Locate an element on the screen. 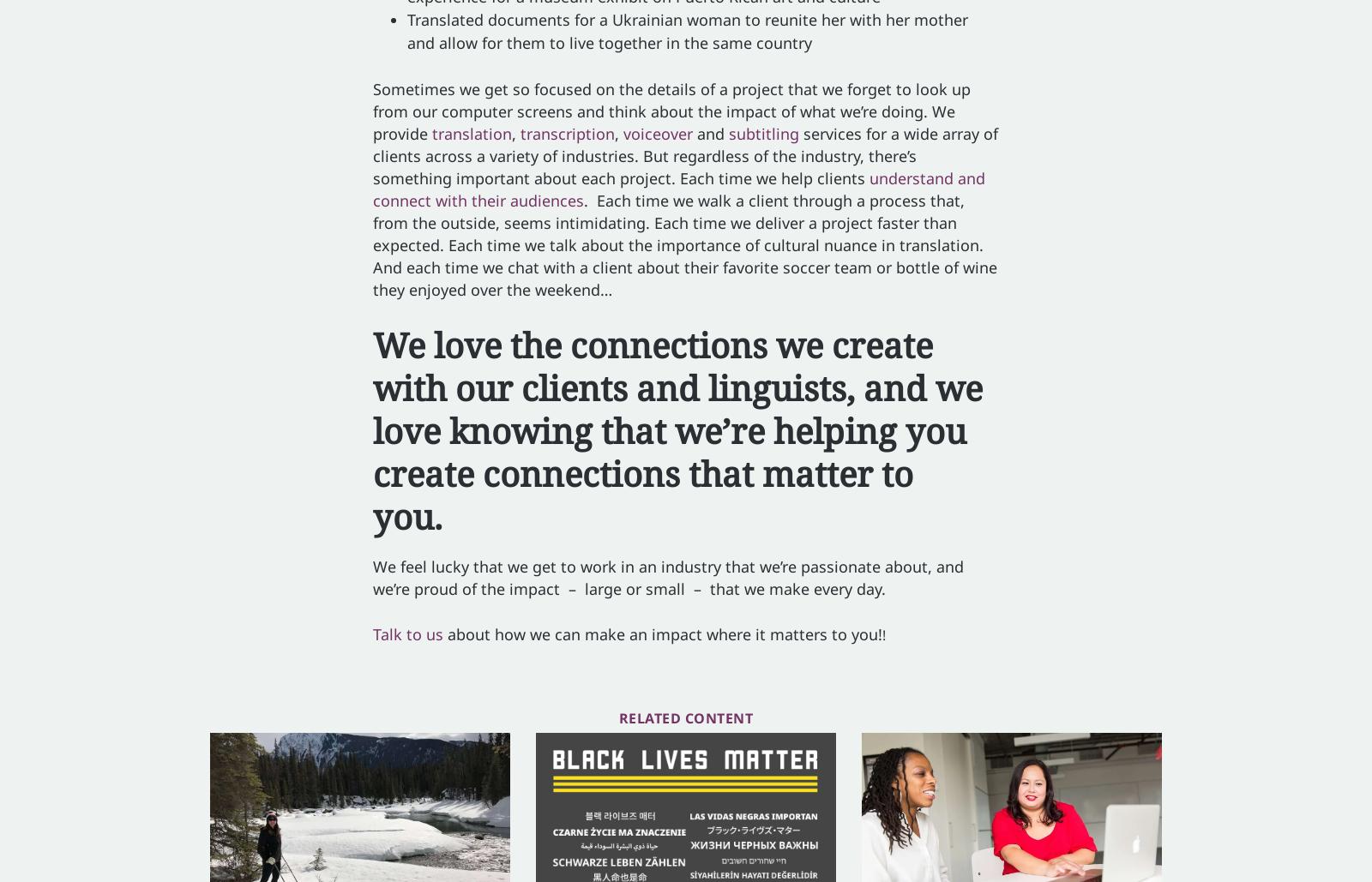 The width and height of the screenshot is (1372, 882). 'understand and connect with their audiences' is located at coordinates (679, 189).